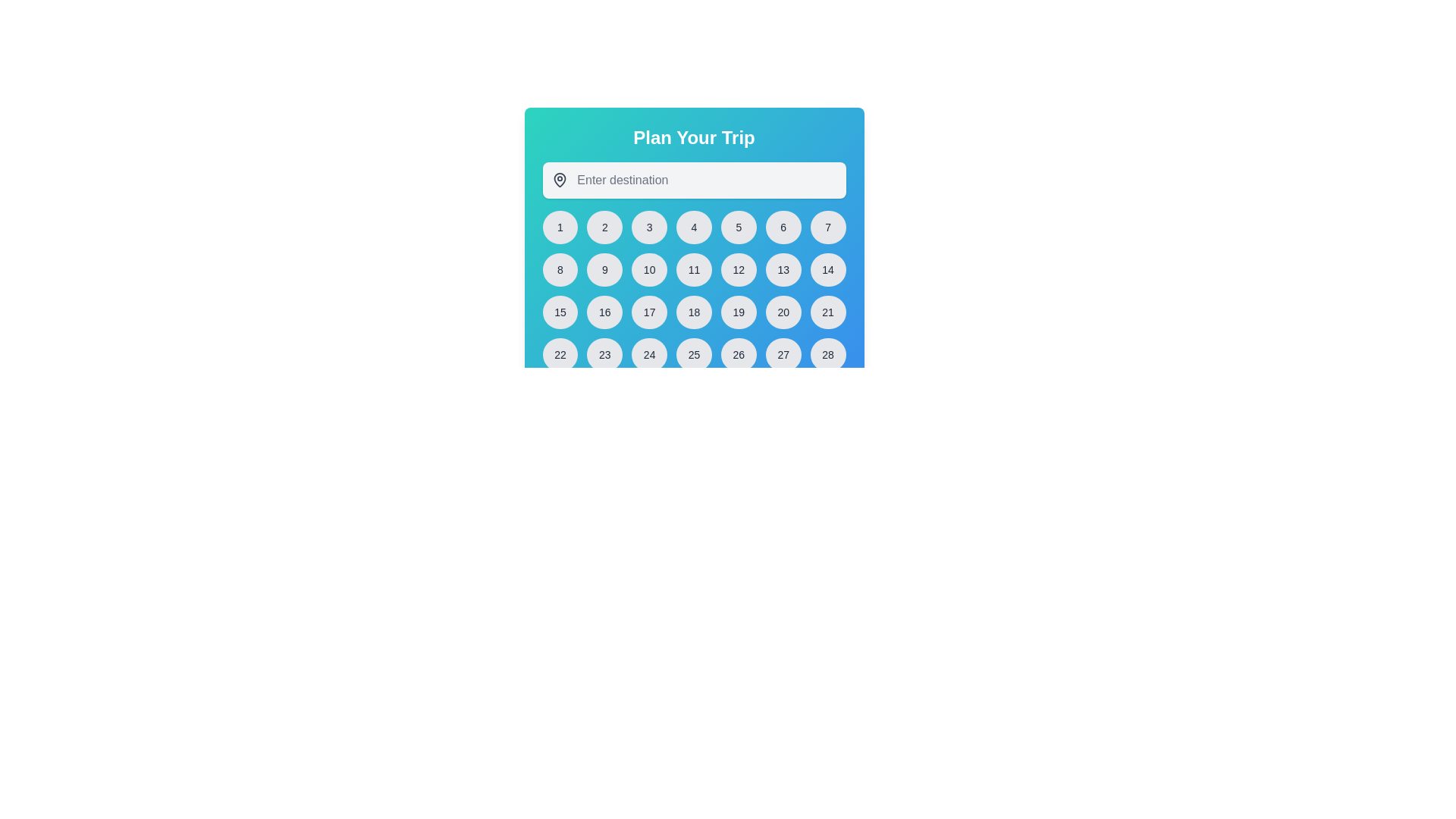  Describe the element at coordinates (560, 354) in the screenshot. I see `the circular button with a light gray background and the number '22' centered in black text, located in the first column of the fourth row of a grid of buttons` at that location.